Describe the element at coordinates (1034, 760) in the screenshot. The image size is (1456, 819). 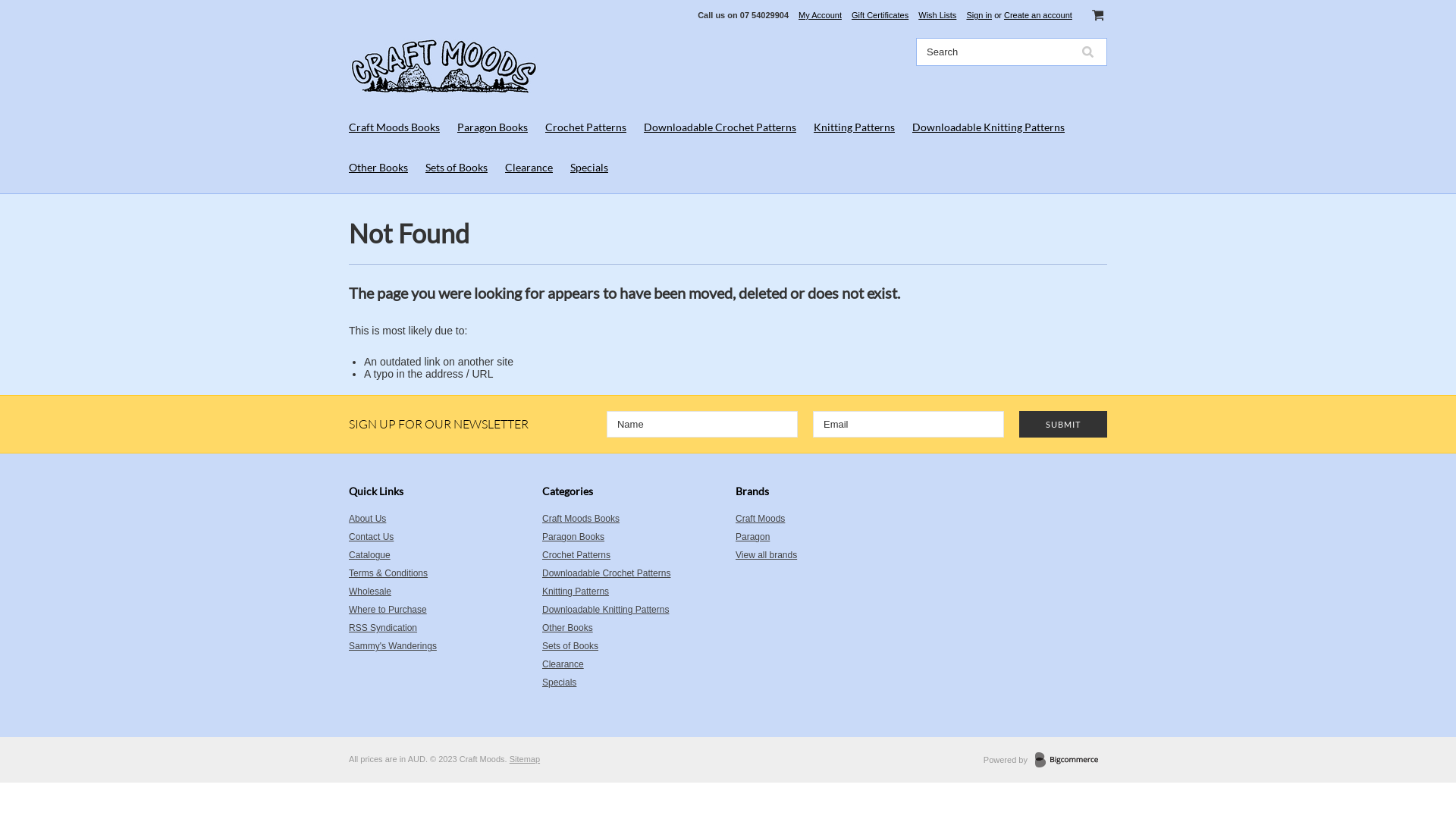
I see `'Bigcommerce'` at that location.